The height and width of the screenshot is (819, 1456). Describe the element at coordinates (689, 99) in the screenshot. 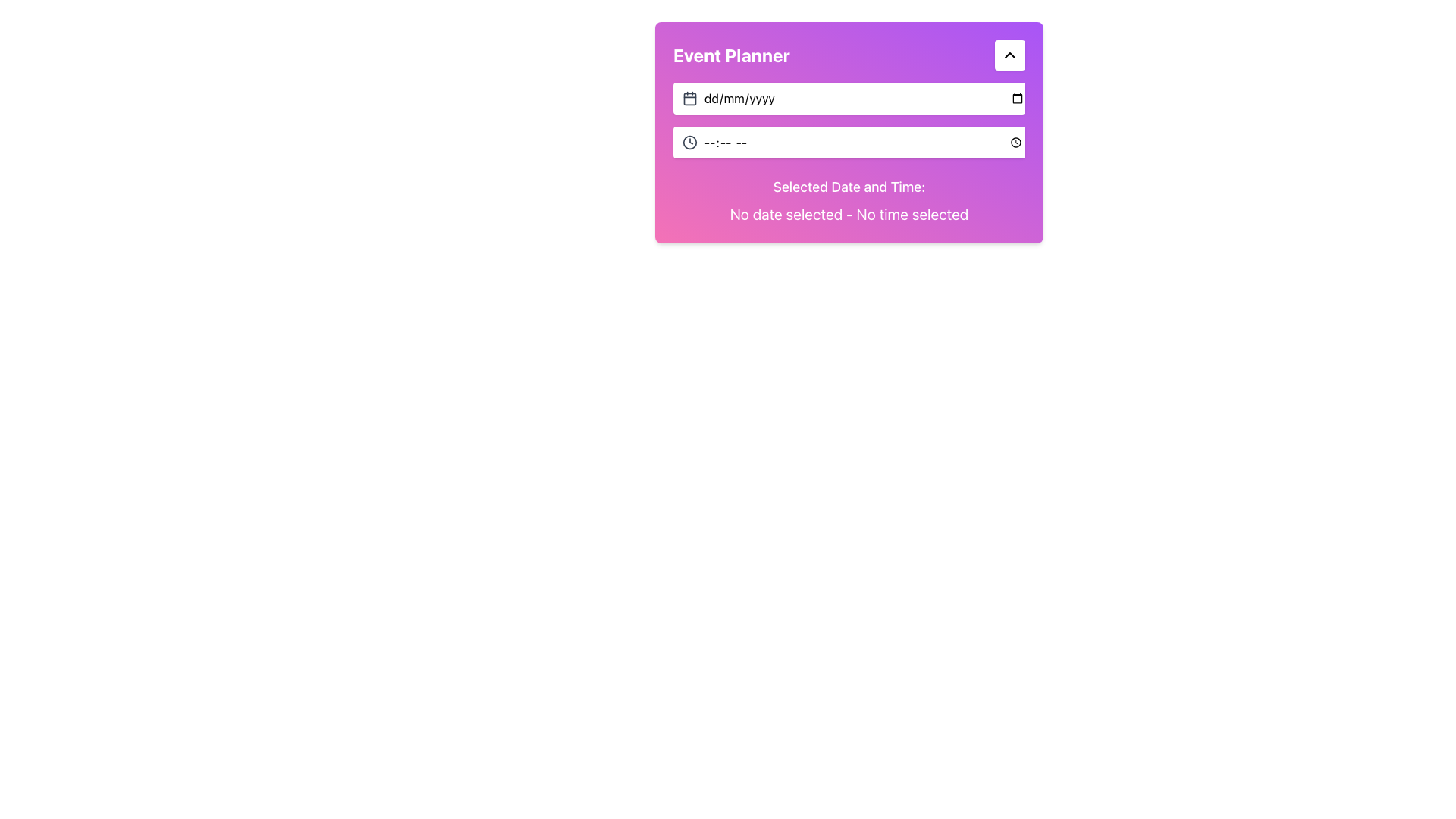

I see `the calendar icon located to the left of the 'dd/mm/yyyy' text input field` at that location.